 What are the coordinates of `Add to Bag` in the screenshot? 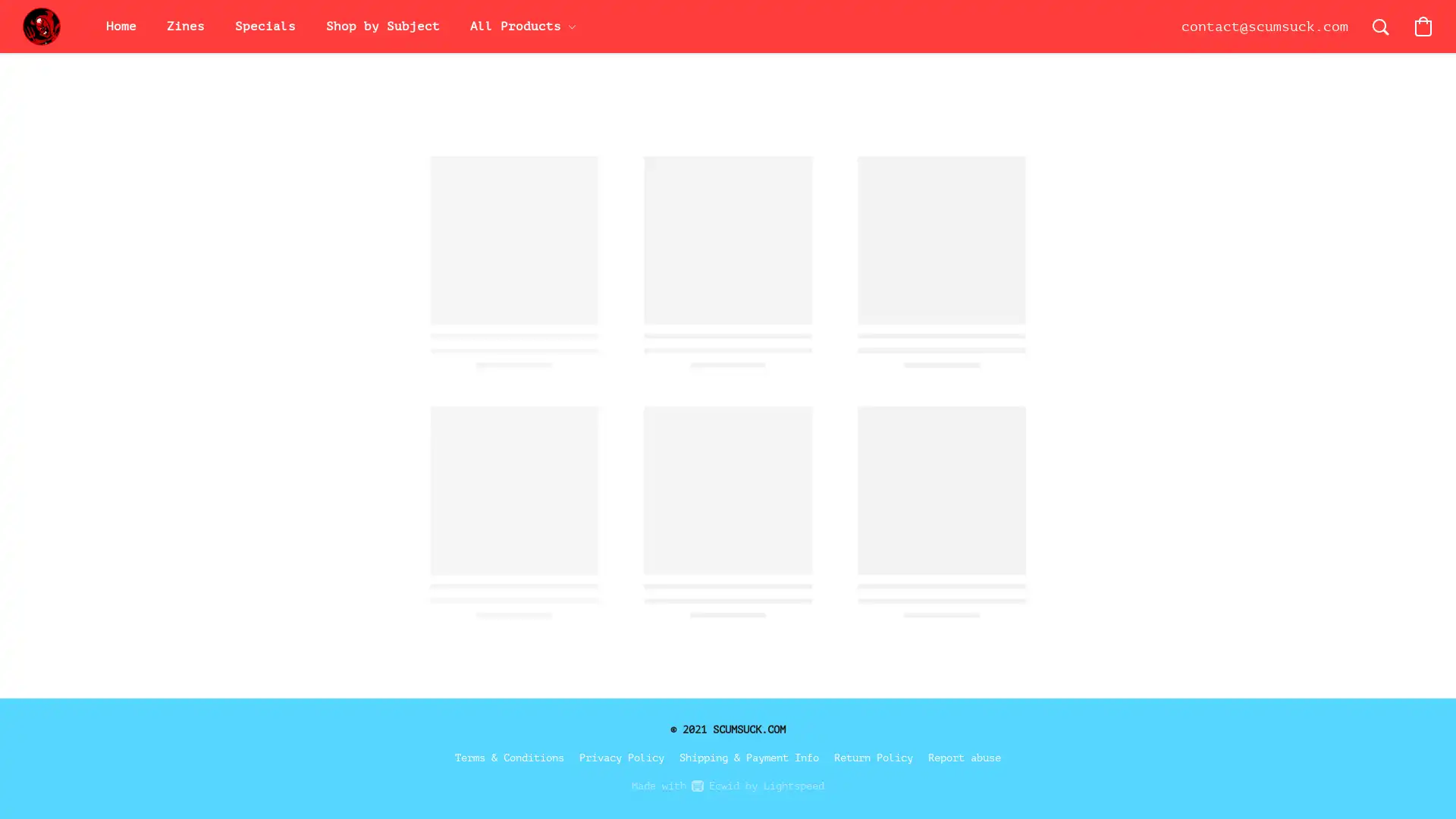 It's located at (993, 373).